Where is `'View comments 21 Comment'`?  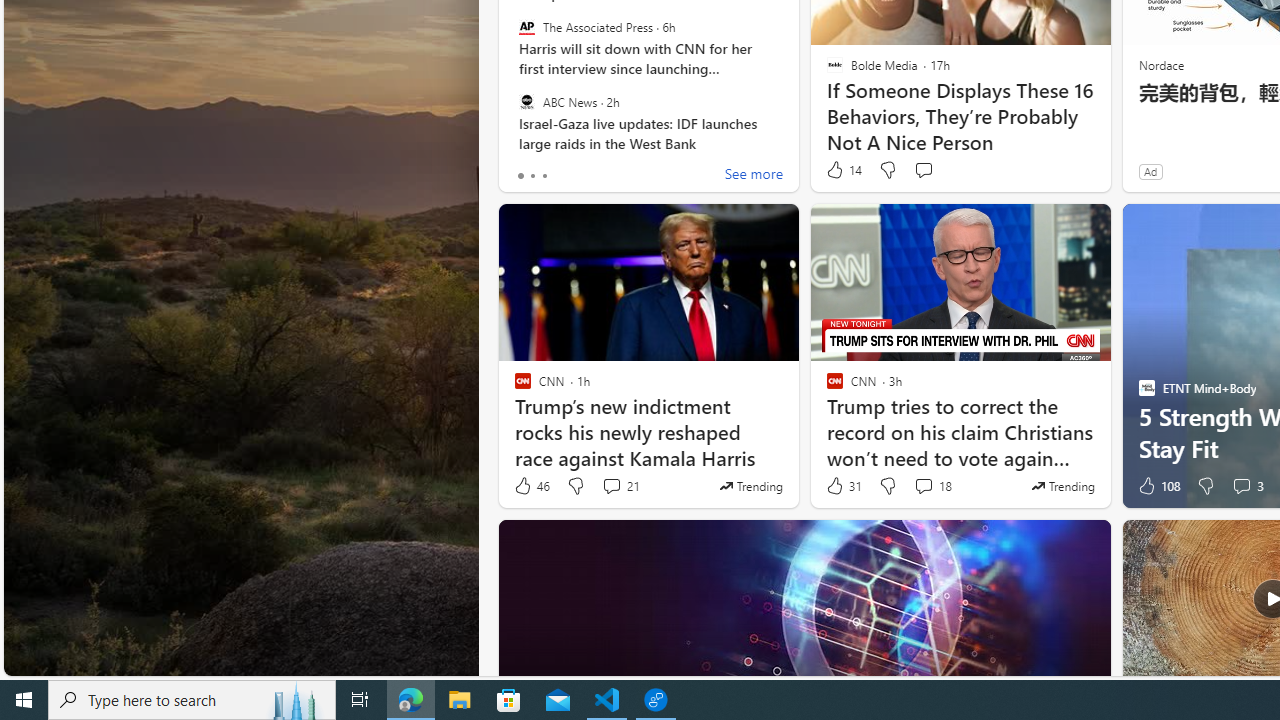 'View comments 21 Comment' is located at coordinates (610, 486).